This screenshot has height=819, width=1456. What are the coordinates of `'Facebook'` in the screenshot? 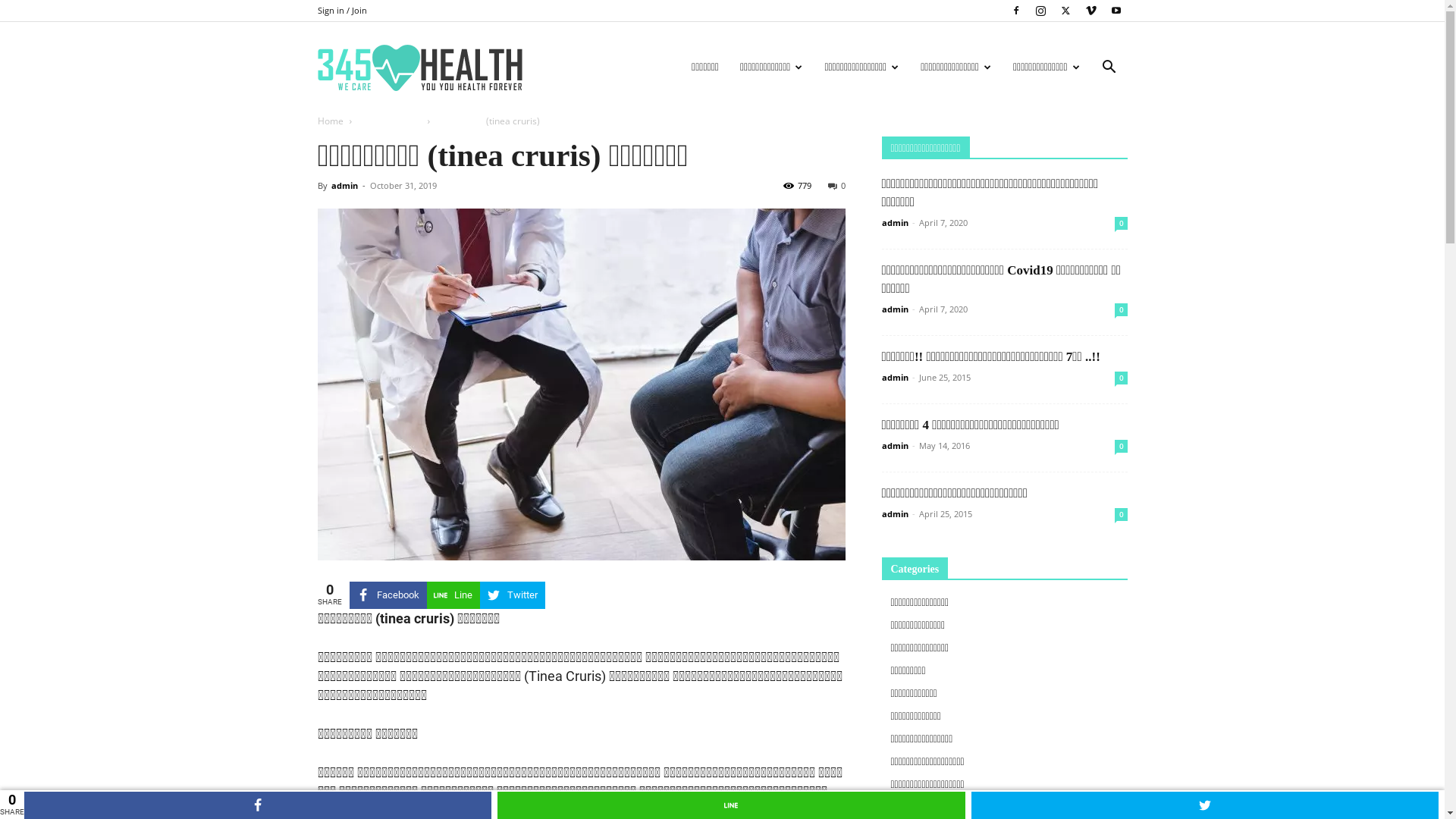 It's located at (387, 595).